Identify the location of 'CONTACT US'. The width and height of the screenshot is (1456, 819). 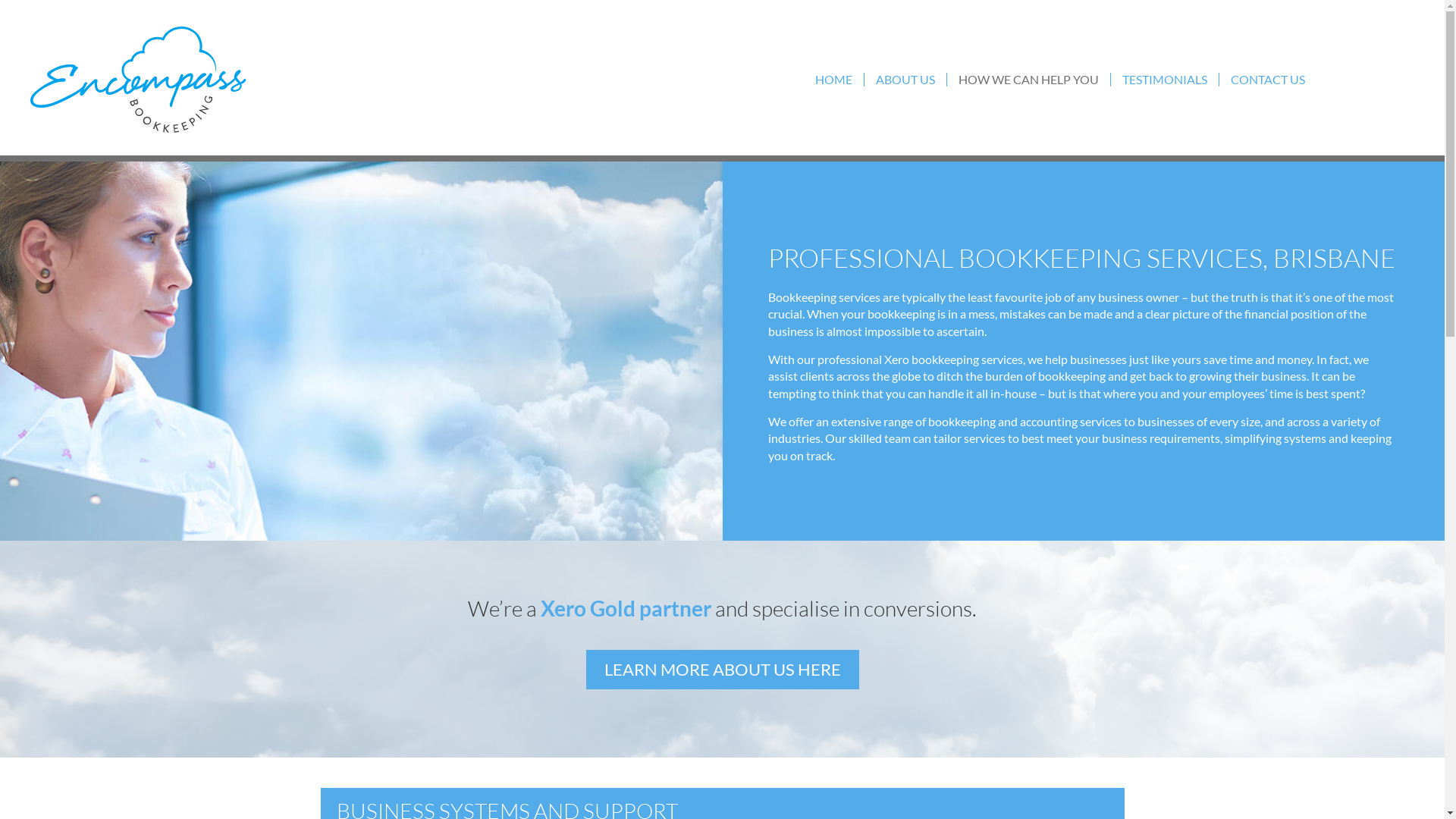
(1219, 79).